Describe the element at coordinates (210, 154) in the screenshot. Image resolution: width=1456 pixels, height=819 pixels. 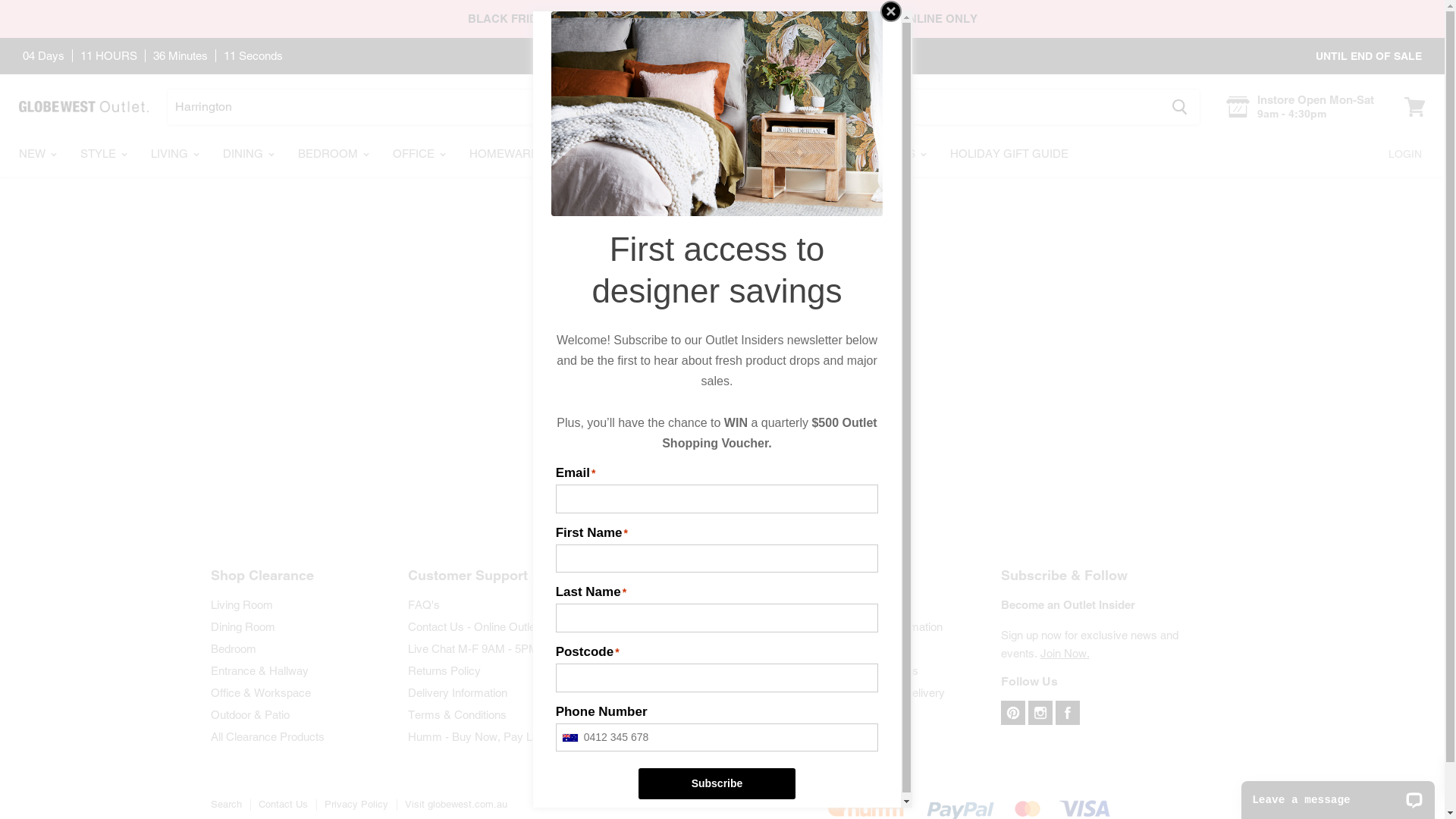
I see `'DINING'` at that location.